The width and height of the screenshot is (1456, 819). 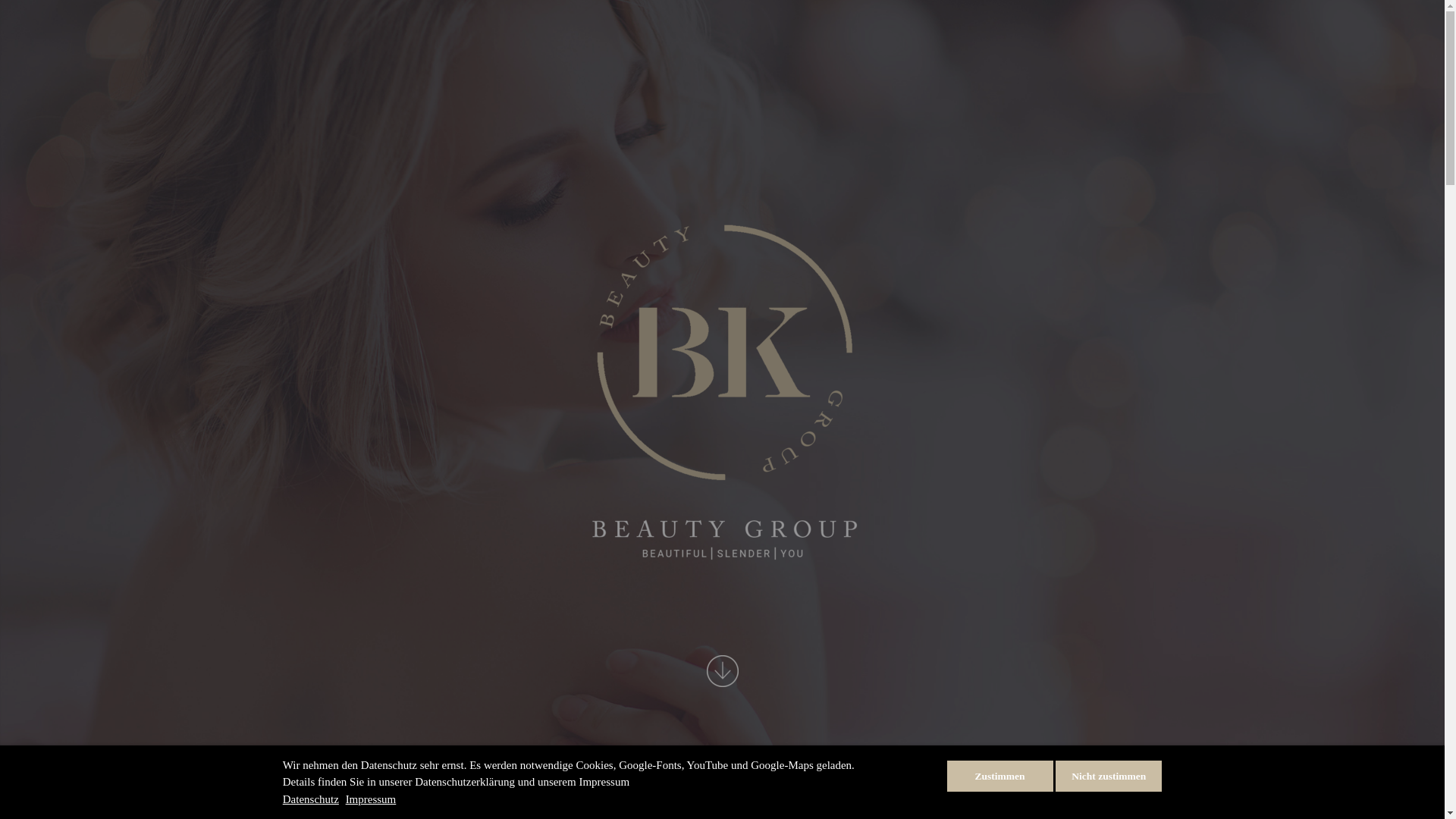 What do you see at coordinates (999, 775) in the screenshot?
I see `'Zustimmen'` at bounding box center [999, 775].